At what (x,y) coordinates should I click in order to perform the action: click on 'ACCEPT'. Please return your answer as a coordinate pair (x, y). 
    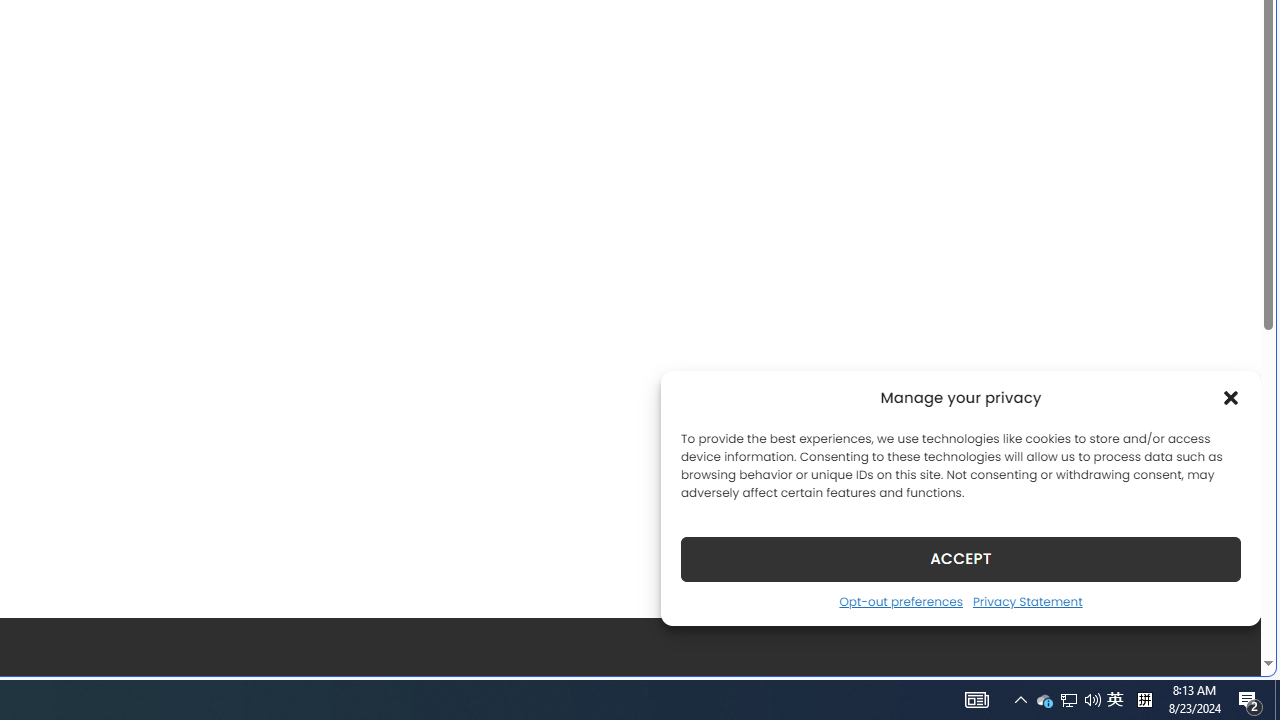
    Looking at the image, I should click on (961, 558).